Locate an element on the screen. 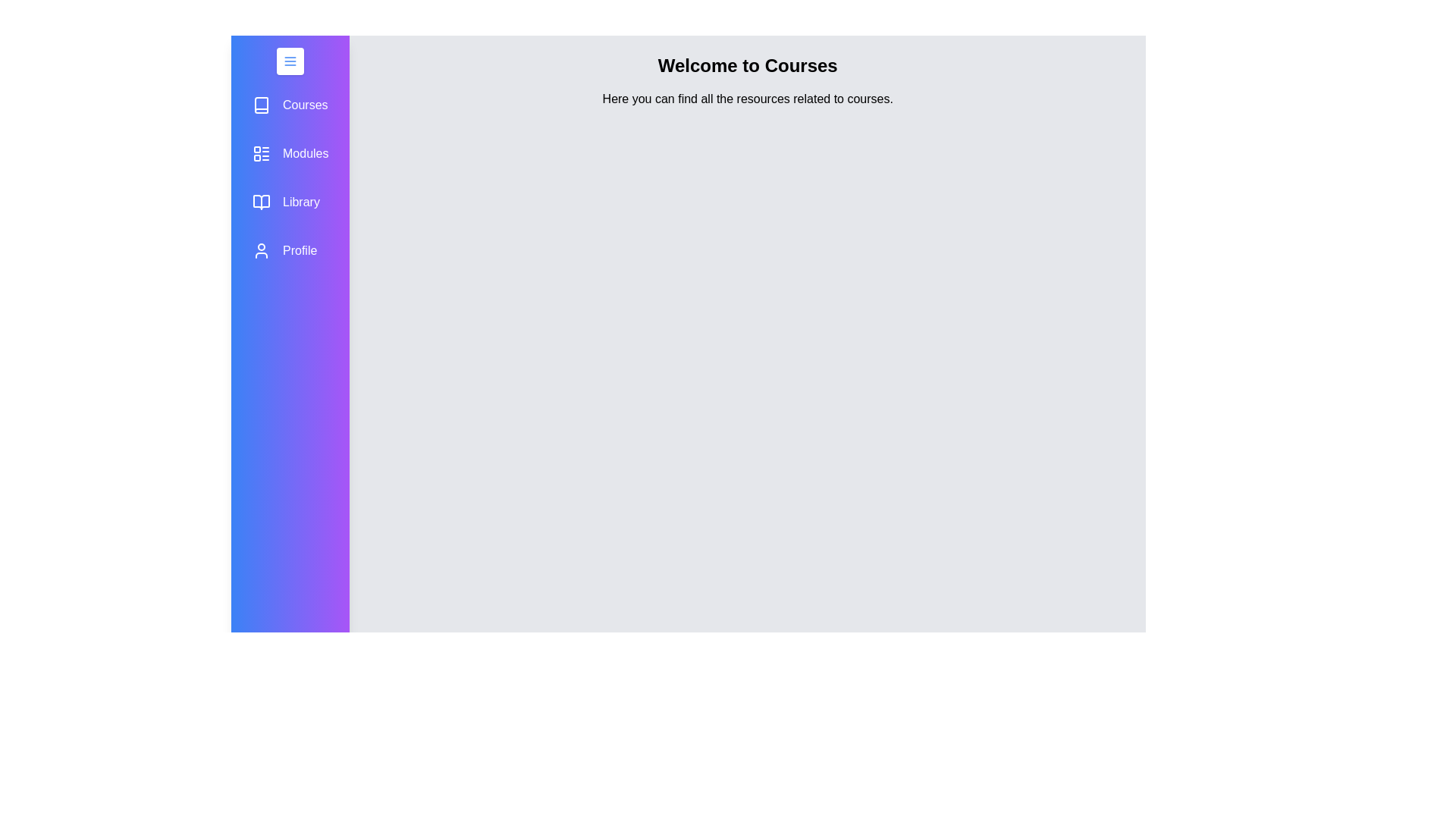 Image resolution: width=1456 pixels, height=819 pixels. the Profile tab from the available options is located at coordinates (290, 250).